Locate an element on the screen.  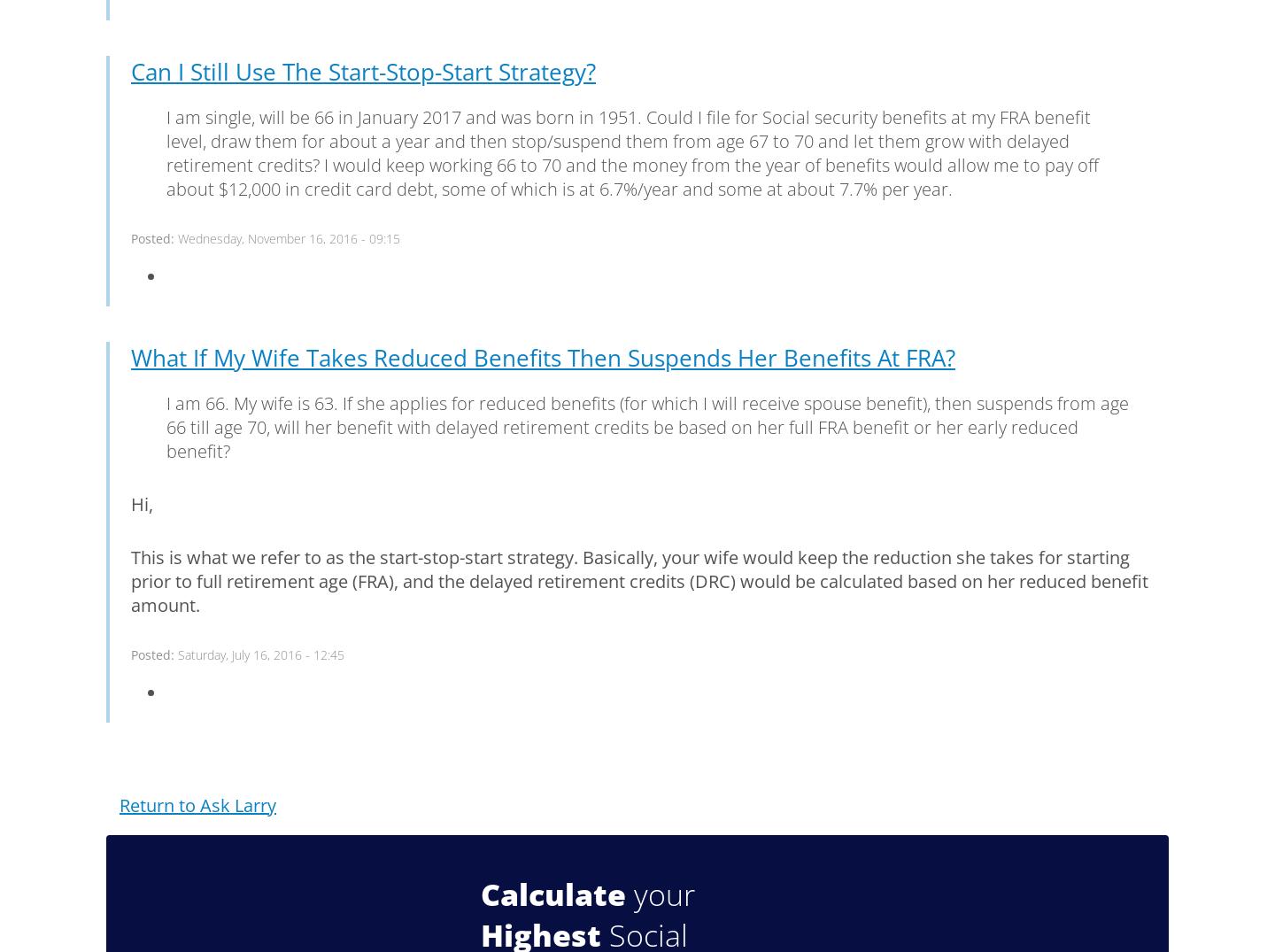
'Saturday, July 16, 2016 - 12:45' is located at coordinates (178, 654).